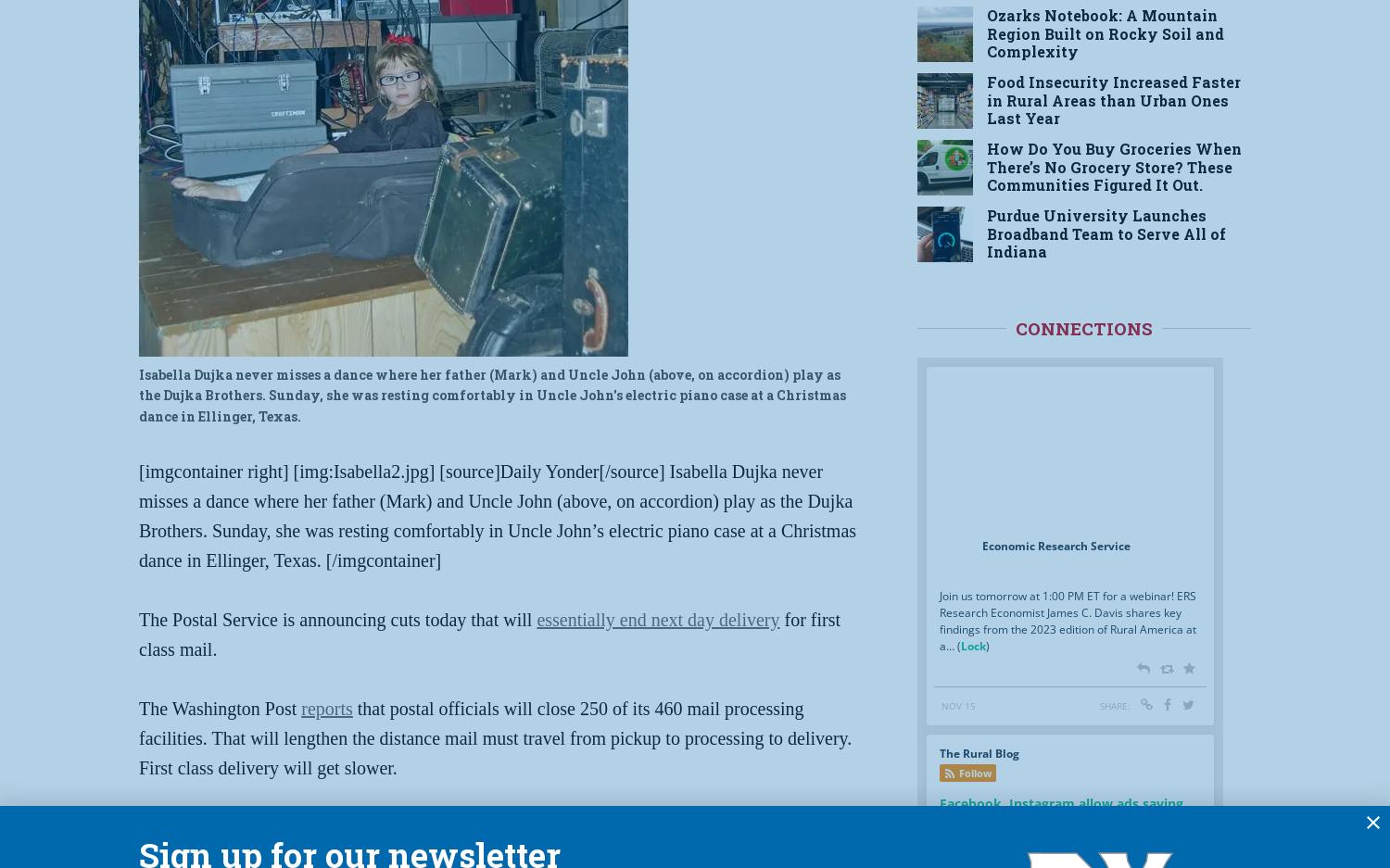 This screenshot has height=868, width=1390. What do you see at coordinates (336, 617) in the screenshot?
I see `'The Postal Service is announcing cuts today that will'` at bounding box center [336, 617].